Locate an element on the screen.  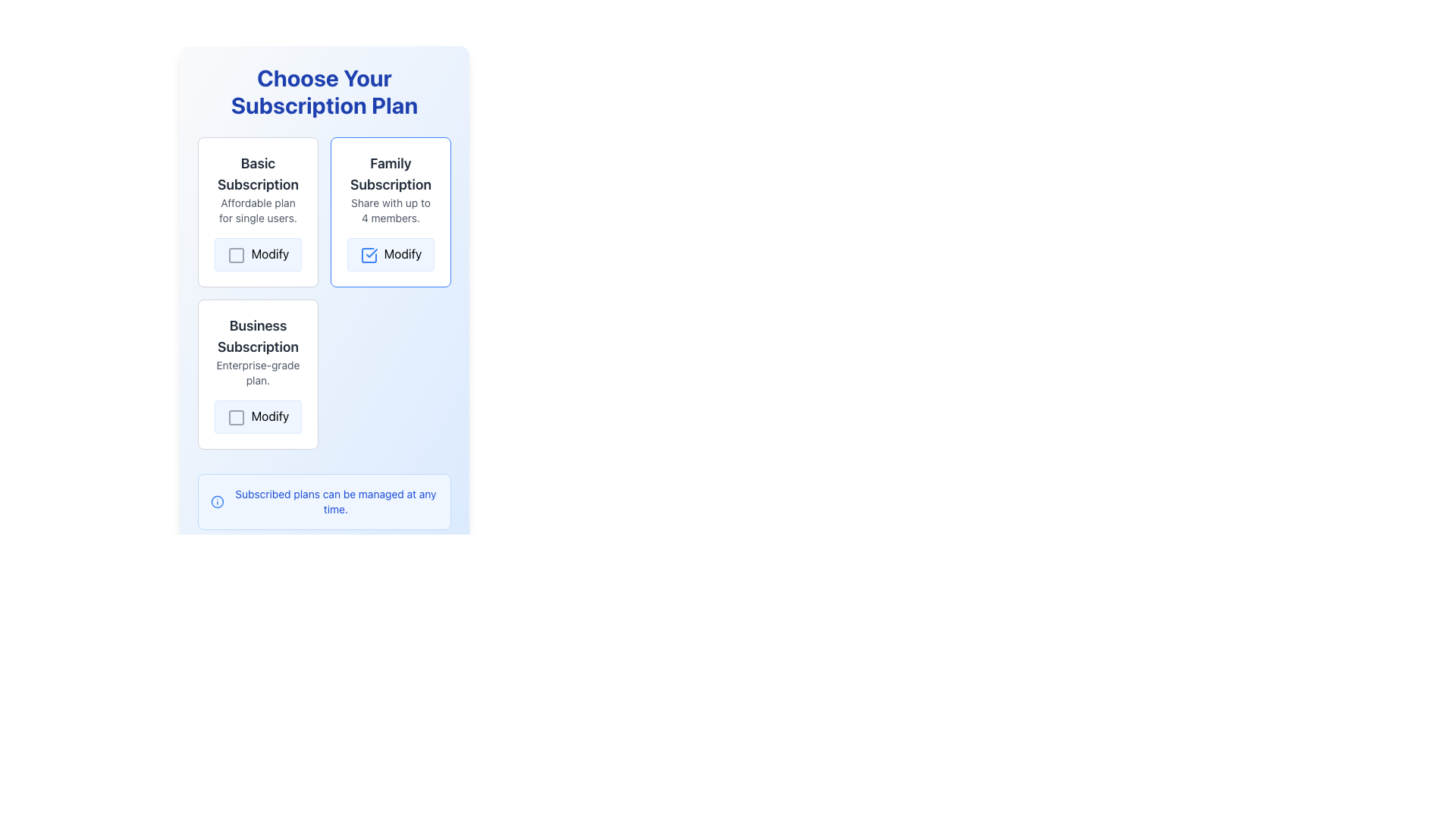
the informational banner with a light blue background and blue border that displays the text 'Subscribed plans can be managed at any time.' is located at coordinates (323, 500).